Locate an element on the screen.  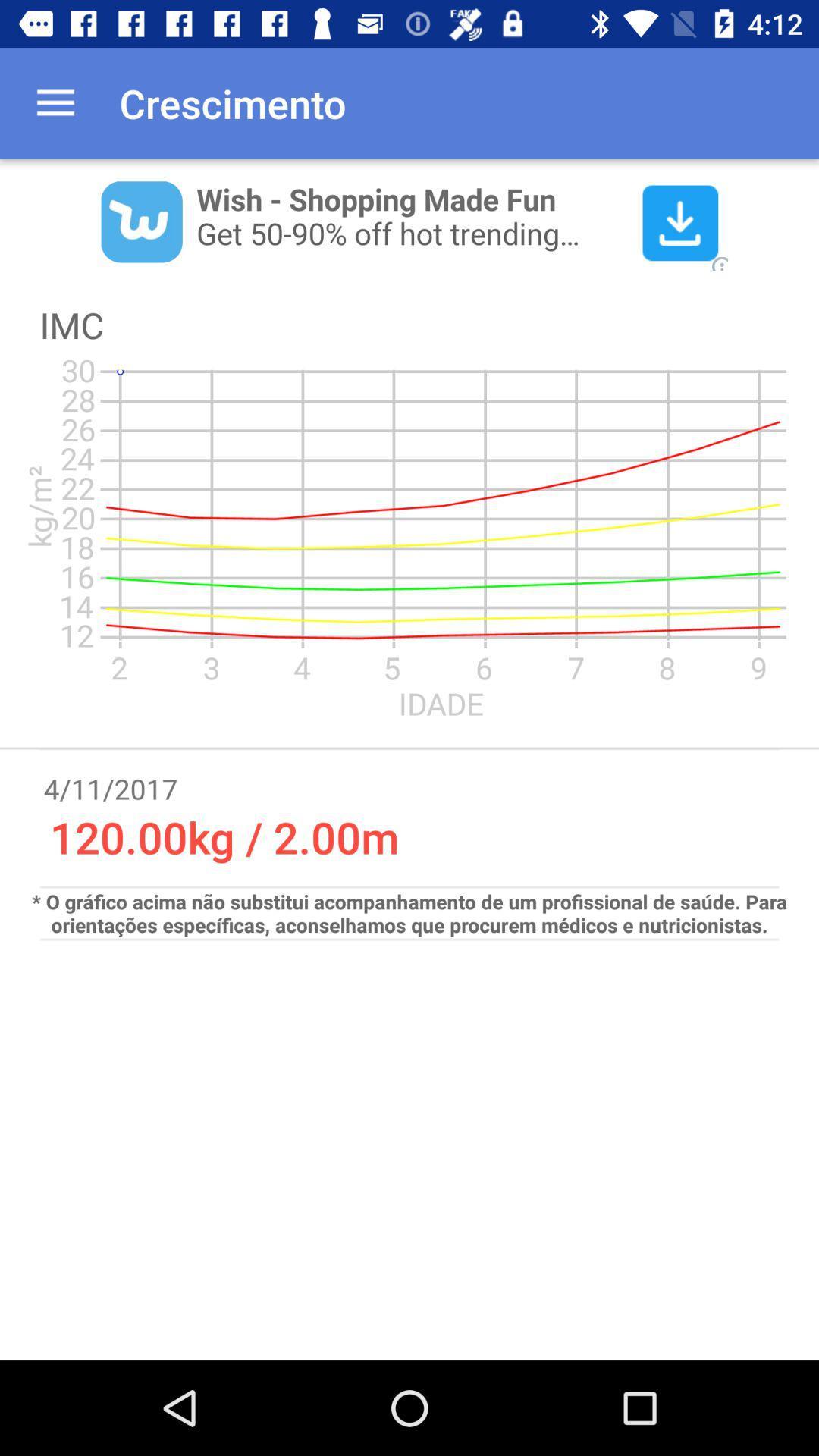
wish advertisement is located at coordinates (409, 220).